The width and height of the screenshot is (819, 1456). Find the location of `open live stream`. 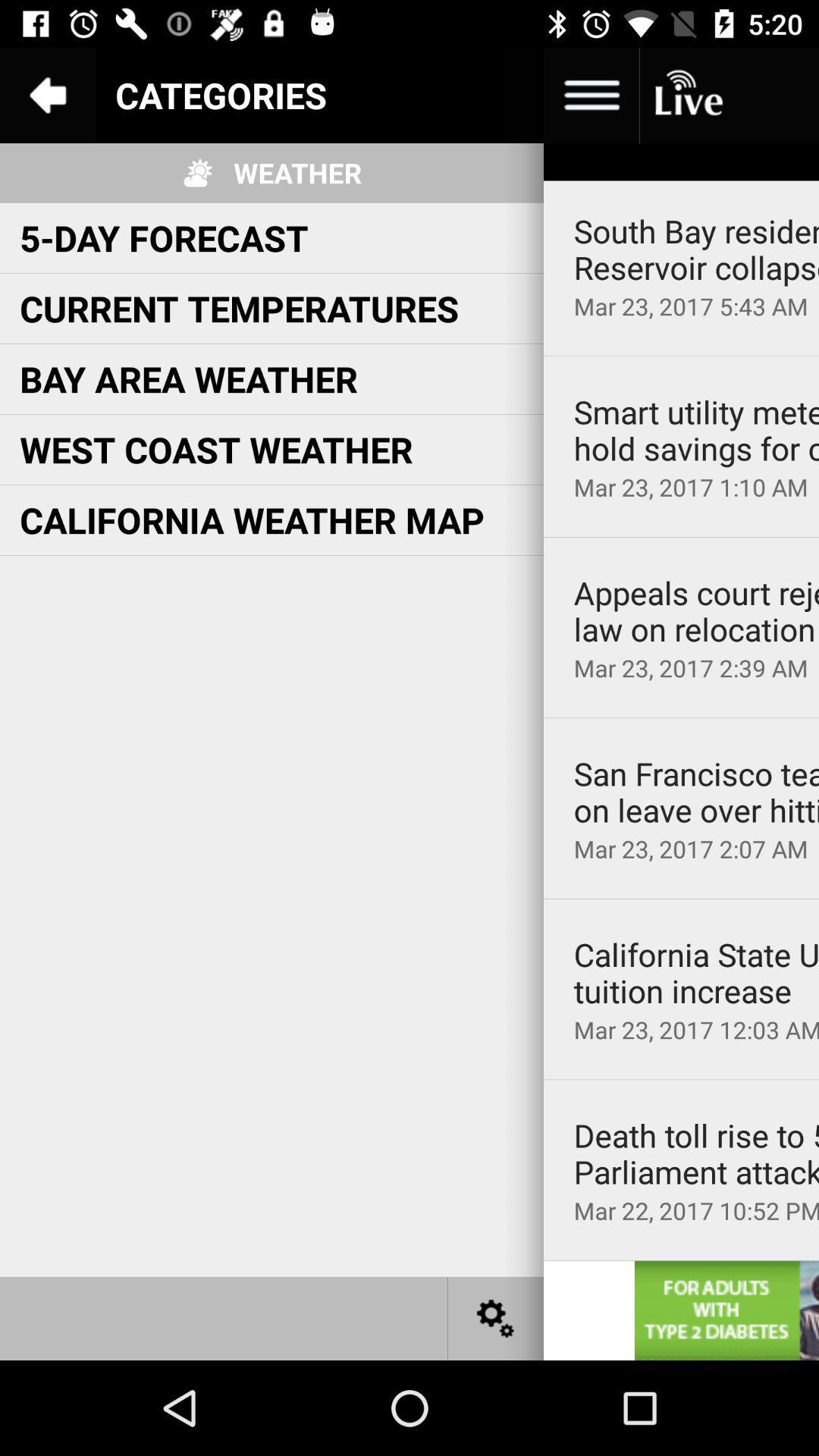

open live stream is located at coordinates (687, 94).